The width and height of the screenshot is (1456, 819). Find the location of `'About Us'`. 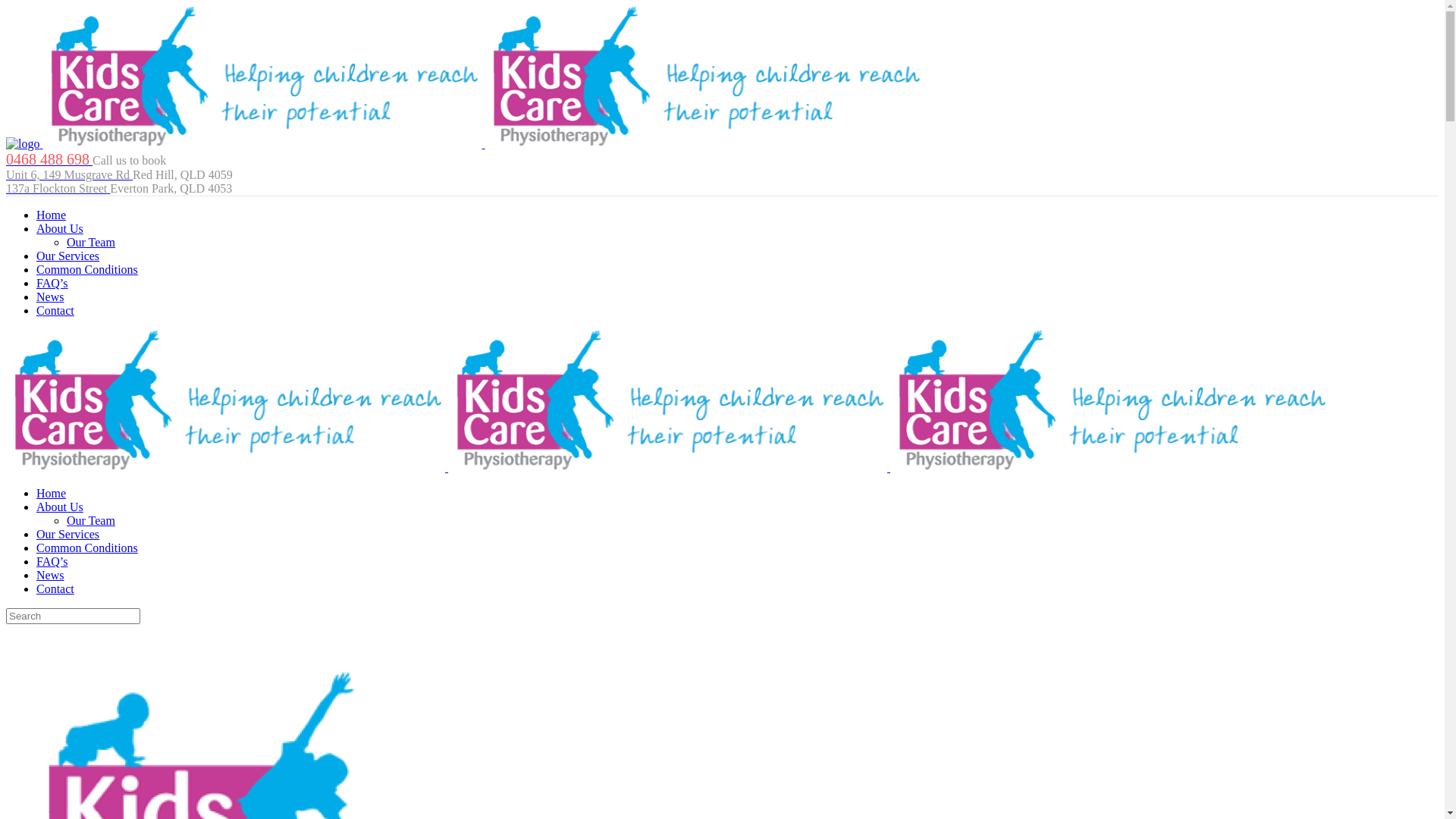

'About Us' is located at coordinates (36, 507).